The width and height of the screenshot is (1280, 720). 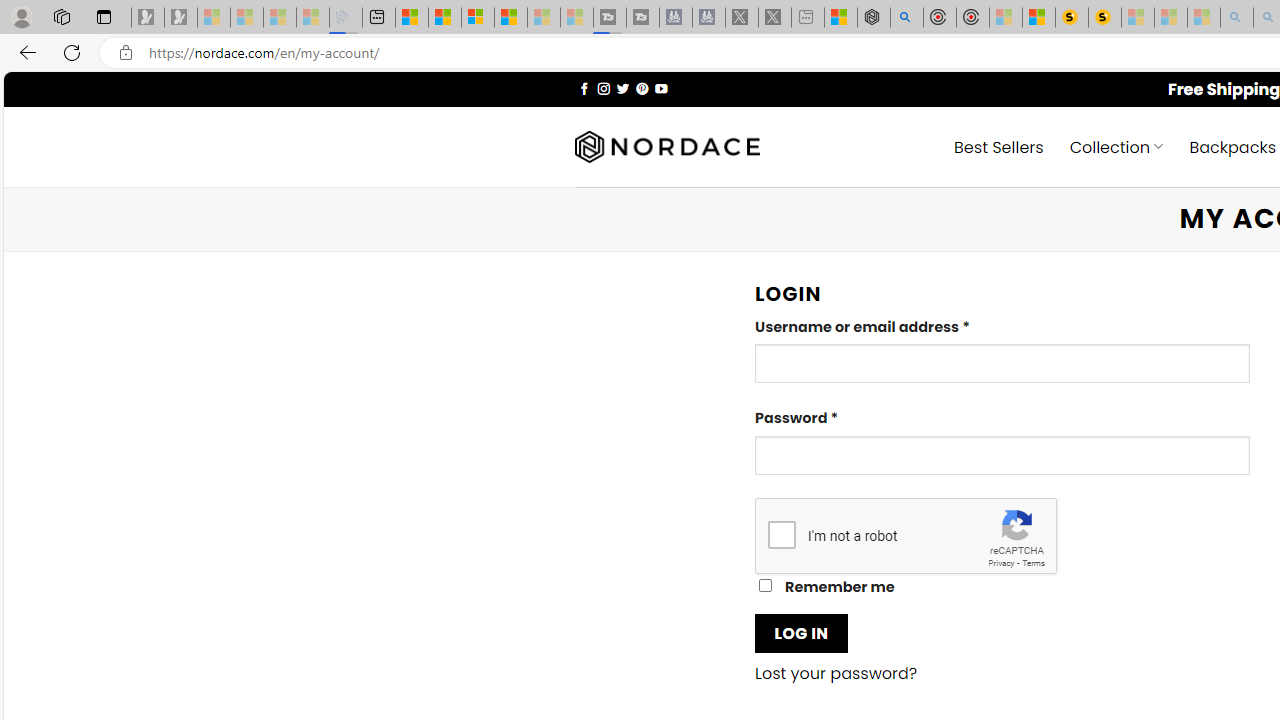 What do you see at coordinates (602, 87) in the screenshot?
I see `'Follow on Instagram'` at bounding box center [602, 87].